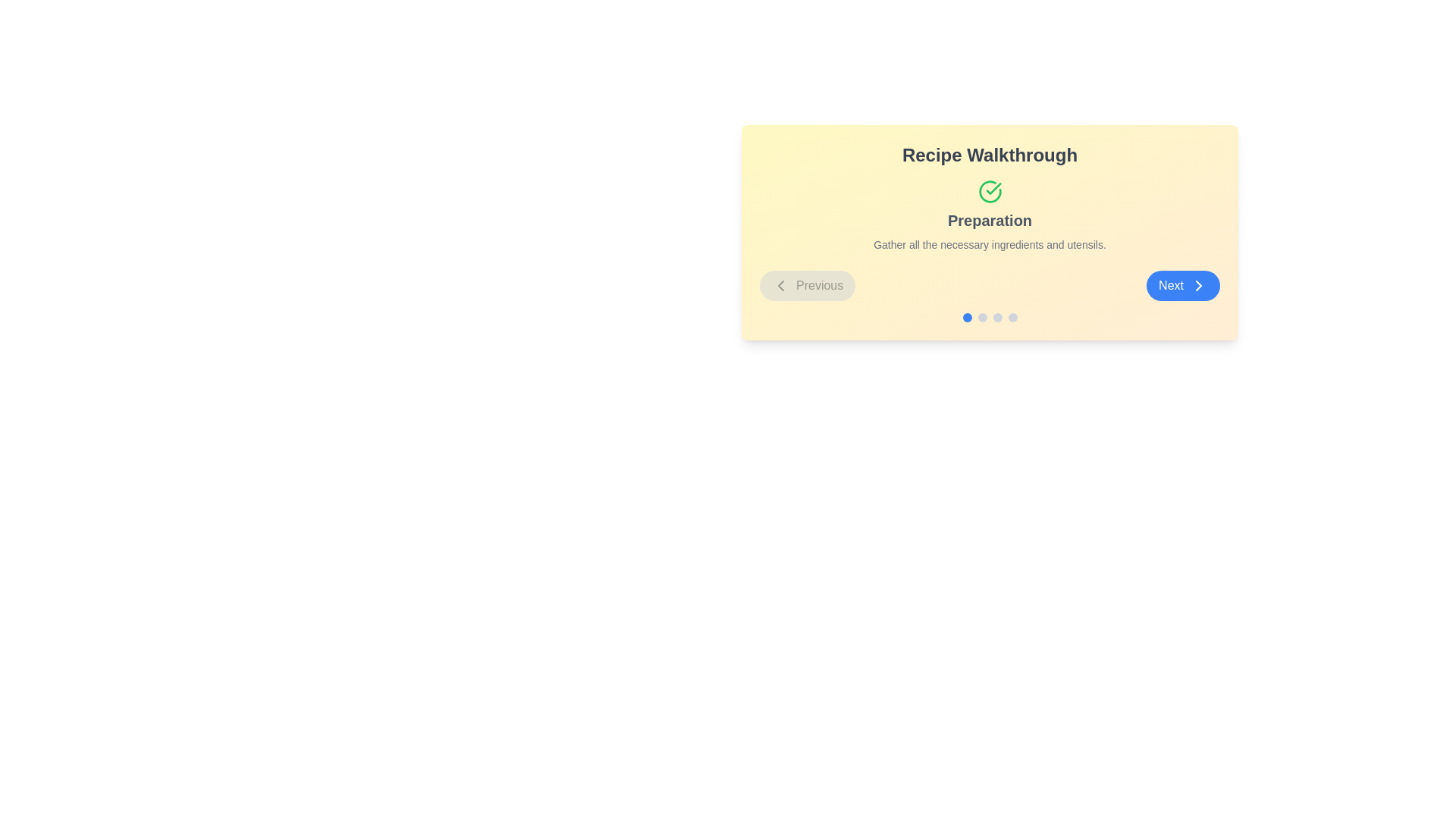 The image size is (1456, 819). Describe the element at coordinates (966, 317) in the screenshot. I see `the status of the first blue circular indicator dot located below the 'Preparation' heading` at that location.